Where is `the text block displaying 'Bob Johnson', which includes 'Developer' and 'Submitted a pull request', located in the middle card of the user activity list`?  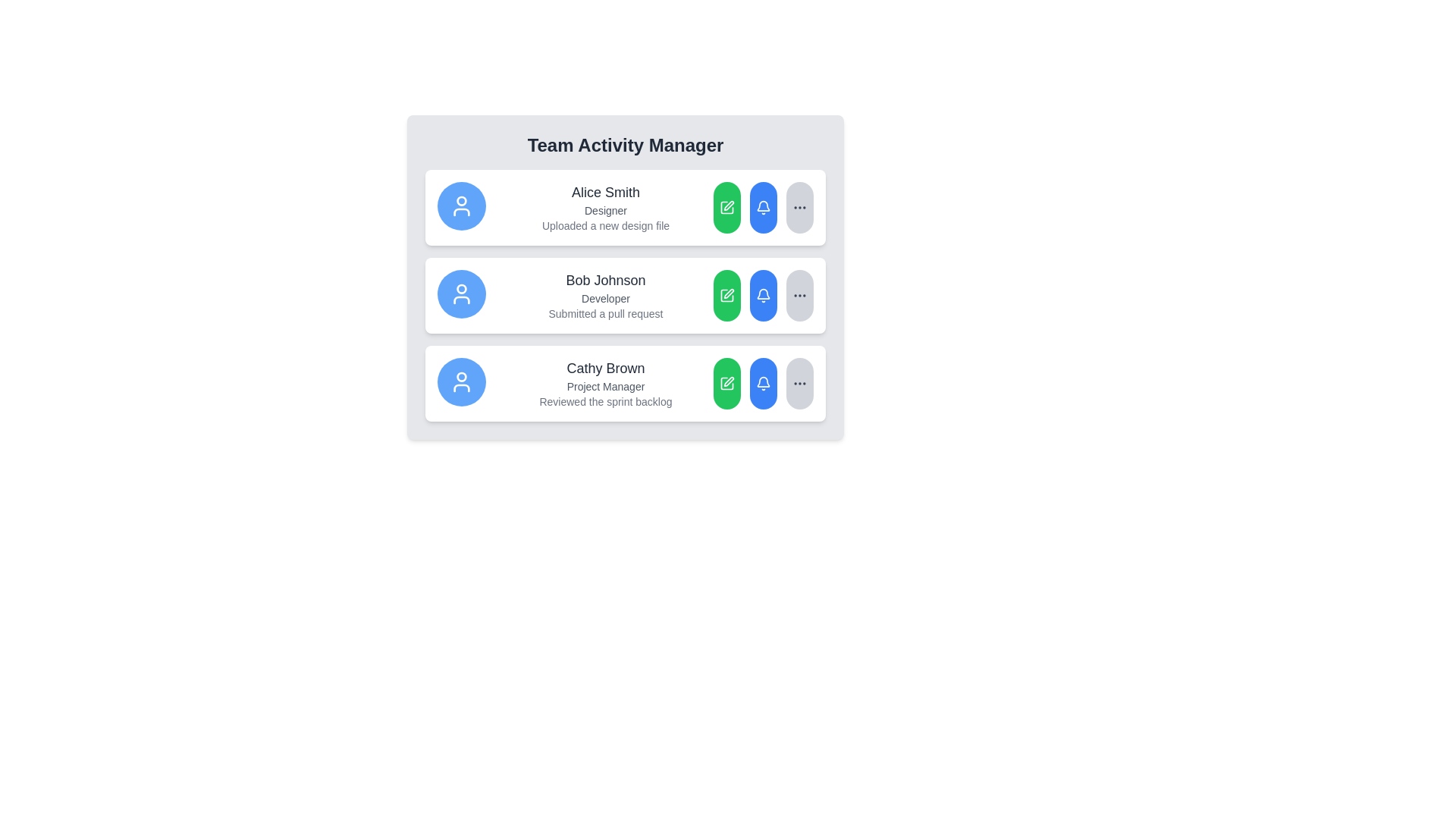 the text block displaying 'Bob Johnson', which includes 'Developer' and 'Submitted a pull request', located in the middle card of the user activity list is located at coordinates (604, 295).